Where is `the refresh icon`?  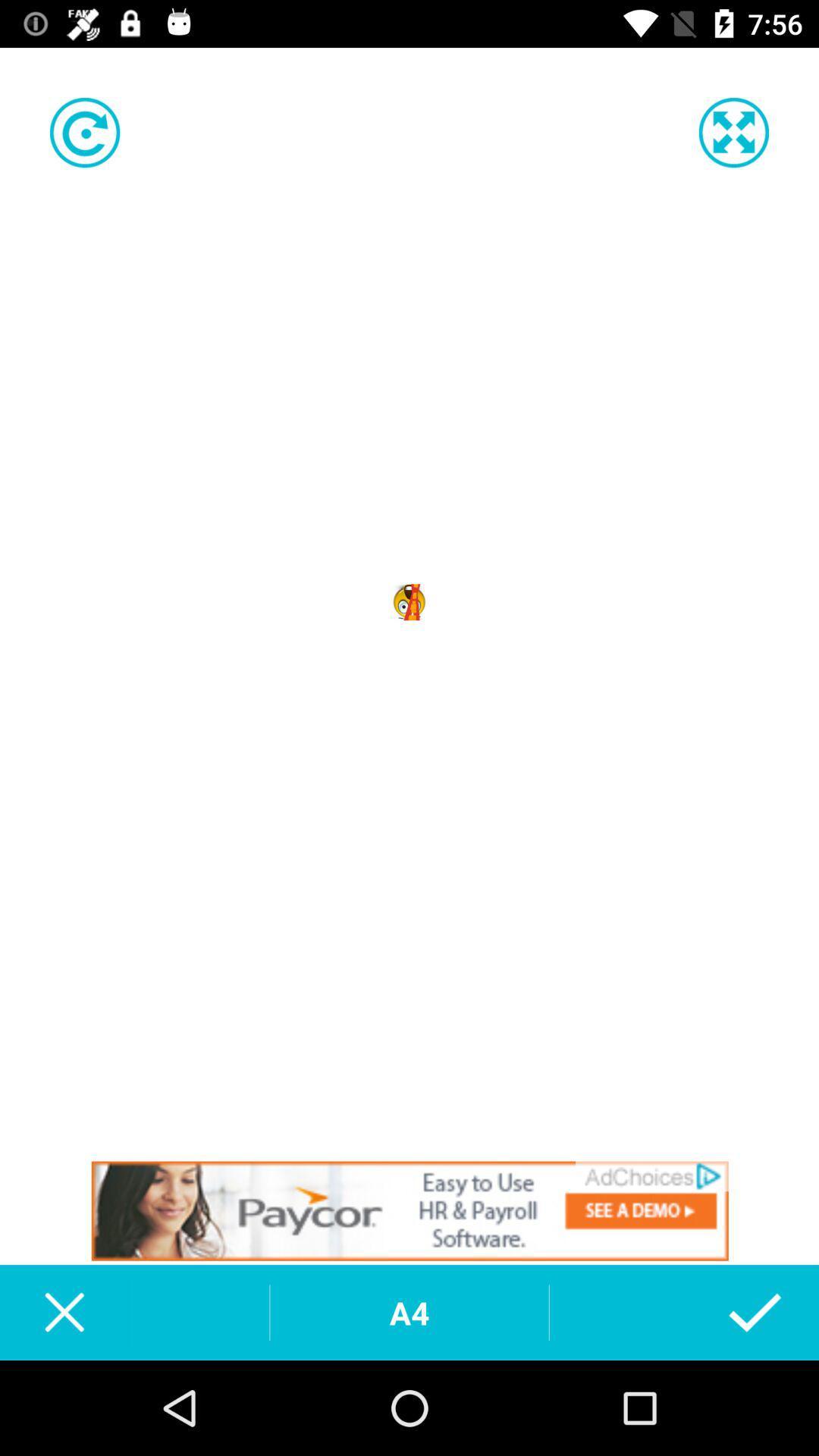
the refresh icon is located at coordinates (85, 133).